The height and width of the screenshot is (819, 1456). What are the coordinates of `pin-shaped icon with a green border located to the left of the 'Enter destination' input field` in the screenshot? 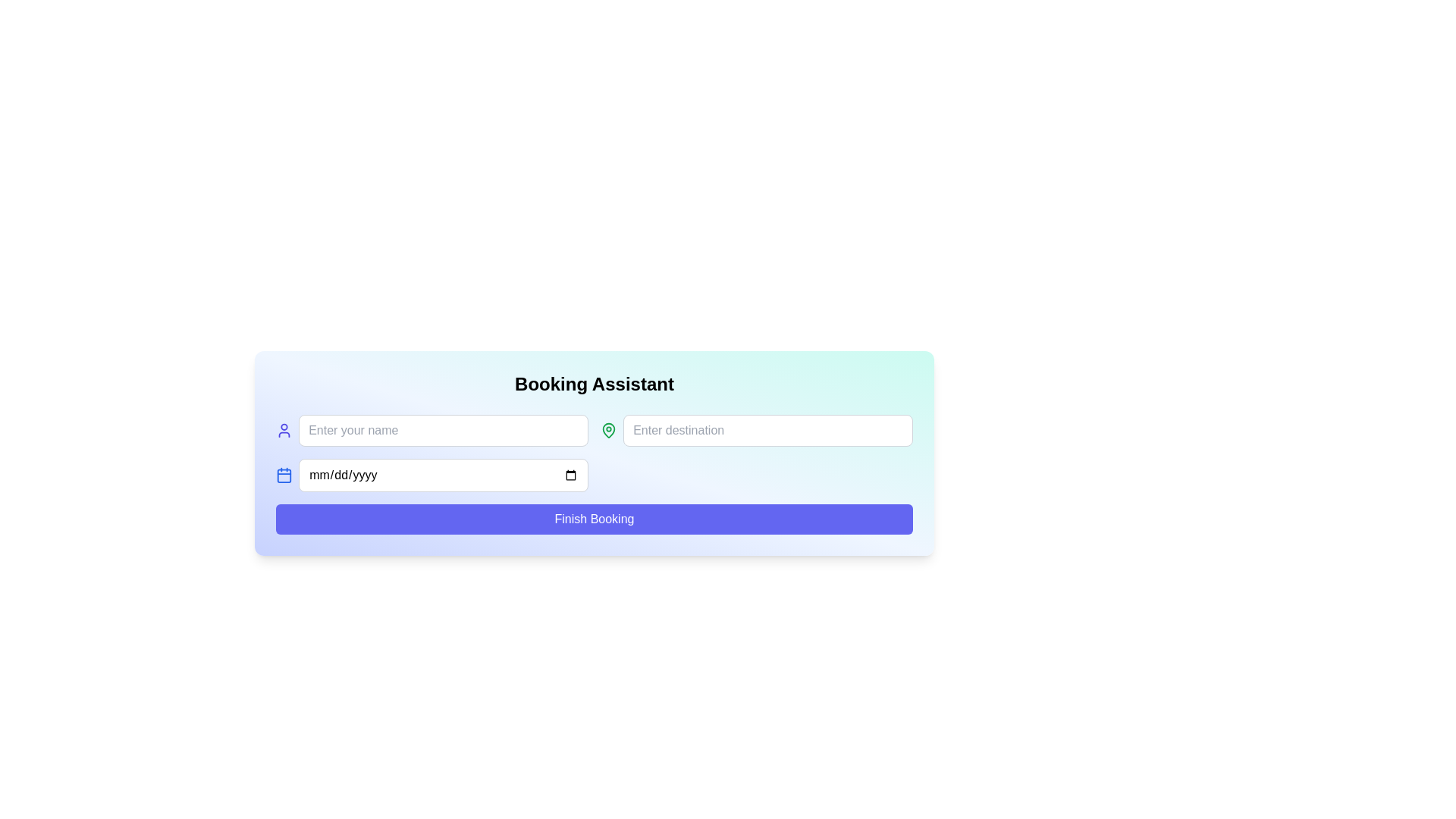 It's located at (609, 430).